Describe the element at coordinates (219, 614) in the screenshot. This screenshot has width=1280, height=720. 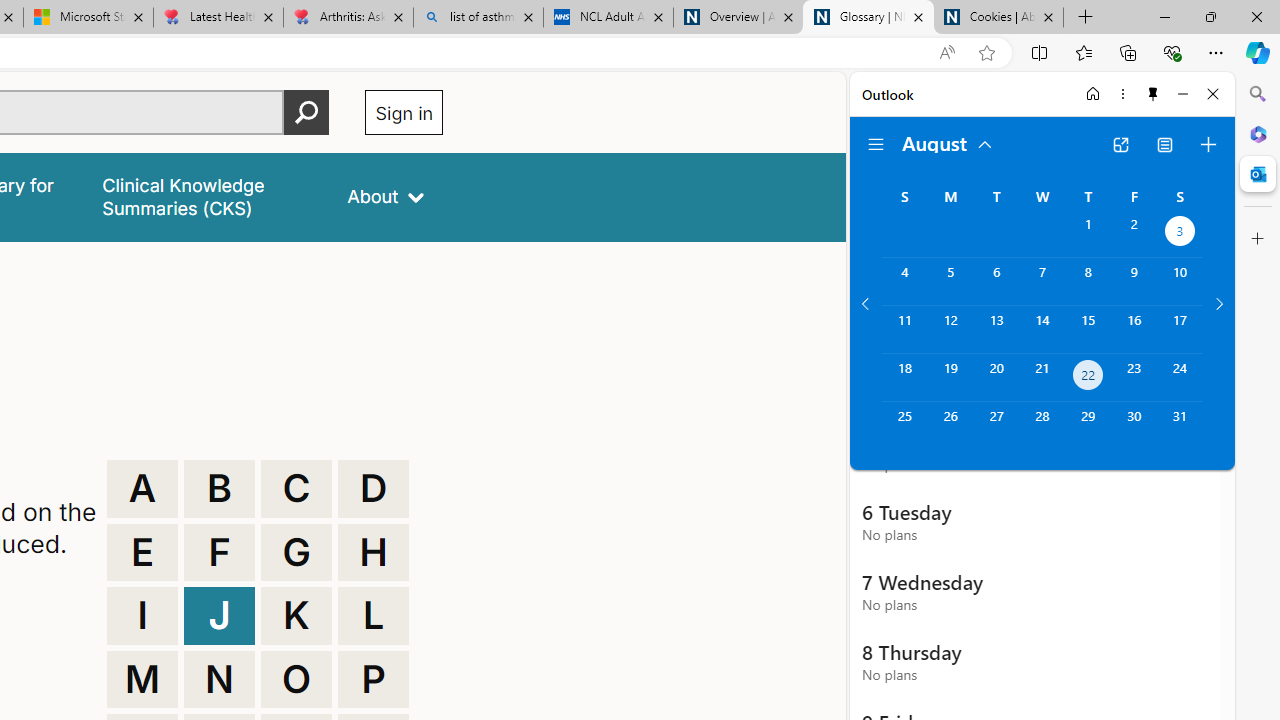
I see `'J'` at that location.